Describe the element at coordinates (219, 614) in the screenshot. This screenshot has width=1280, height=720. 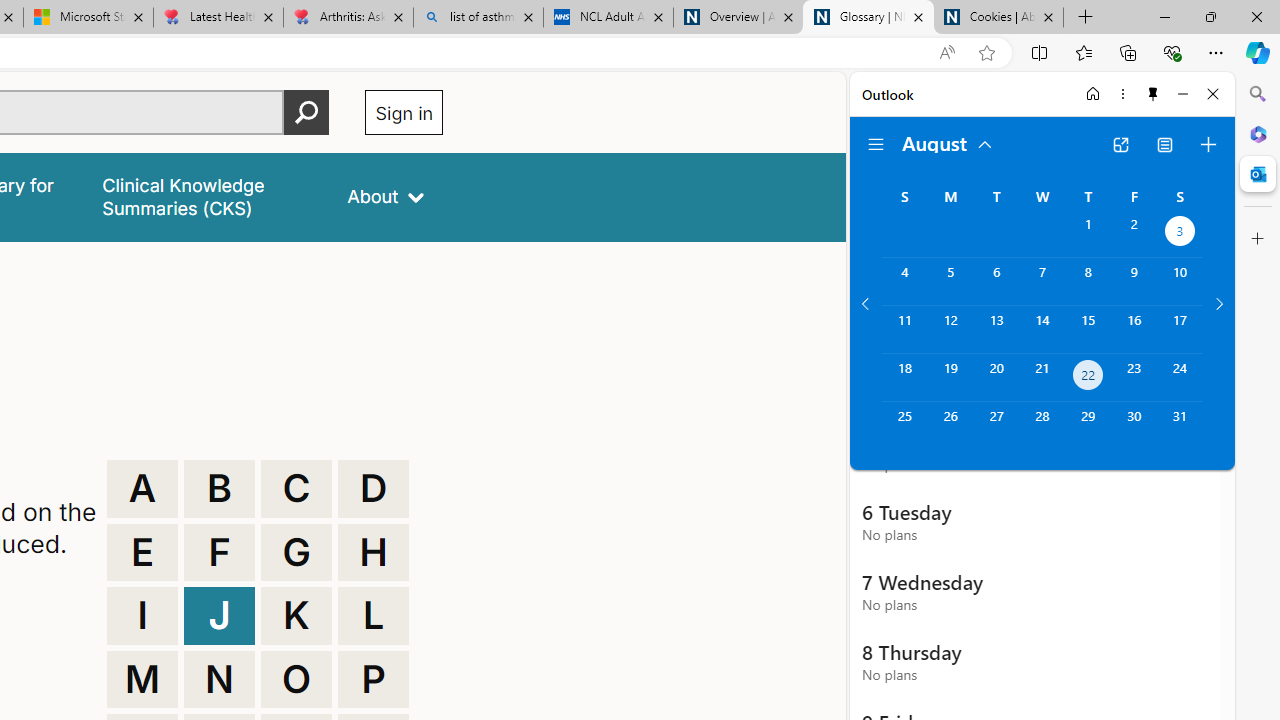
I see `'J'` at that location.